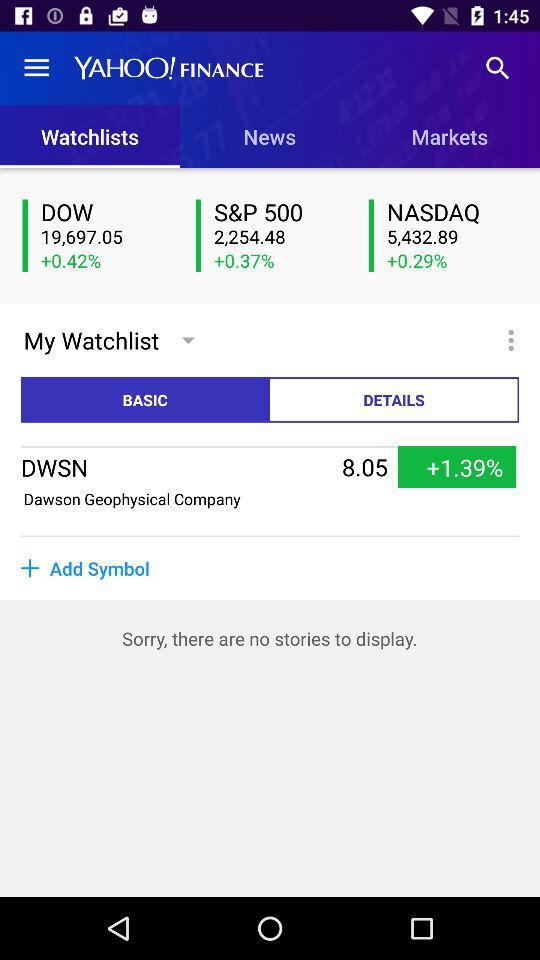 This screenshot has width=540, height=960. What do you see at coordinates (457, 467) in the screenshot?
I see `item next to the 8.05 icon` at bounding box center [457, 467].